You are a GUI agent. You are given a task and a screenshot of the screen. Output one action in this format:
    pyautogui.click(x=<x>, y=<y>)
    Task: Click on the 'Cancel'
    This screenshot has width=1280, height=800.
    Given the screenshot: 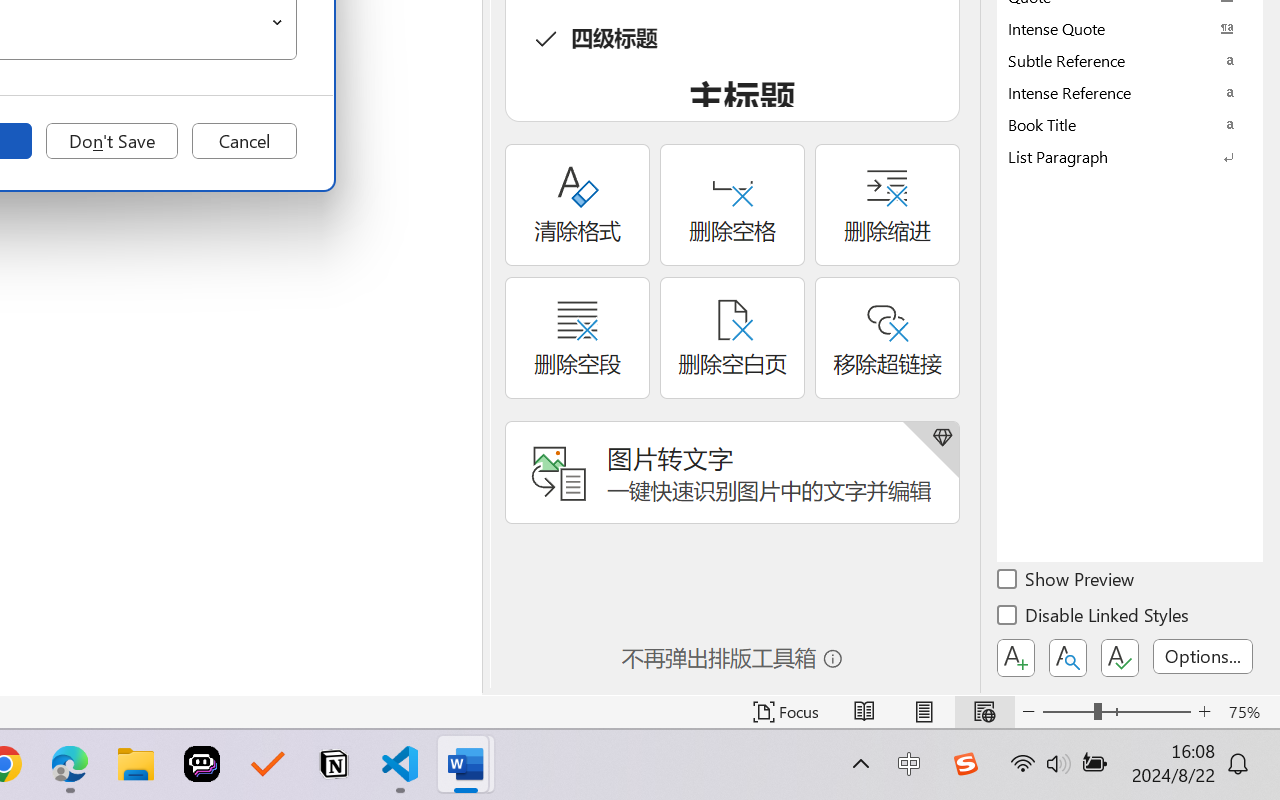 What is the action you would take?
    pyautogui.click(x=243, y=141)
    